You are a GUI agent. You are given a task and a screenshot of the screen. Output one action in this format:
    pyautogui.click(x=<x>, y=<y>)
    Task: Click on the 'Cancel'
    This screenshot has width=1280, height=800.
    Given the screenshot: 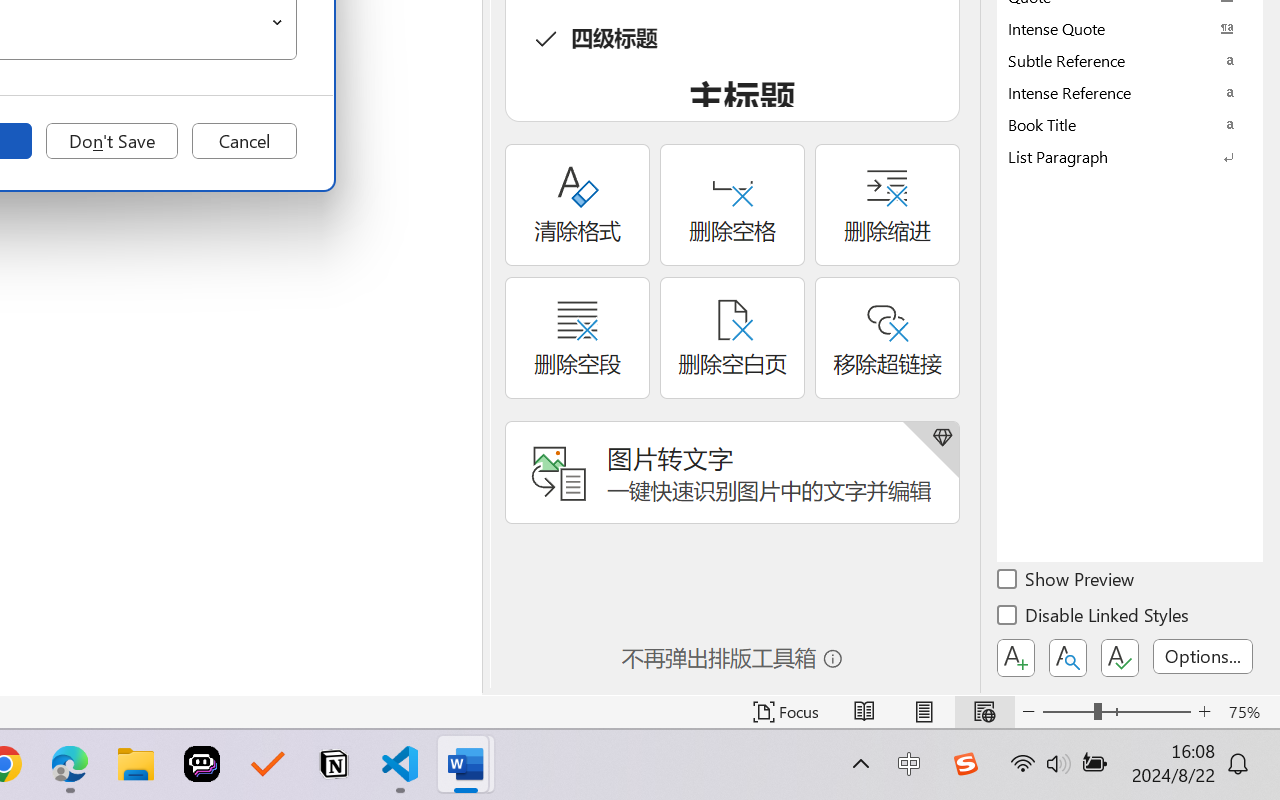 What is the action you would take?
    pyautogui.click(x=243, y=141)
    